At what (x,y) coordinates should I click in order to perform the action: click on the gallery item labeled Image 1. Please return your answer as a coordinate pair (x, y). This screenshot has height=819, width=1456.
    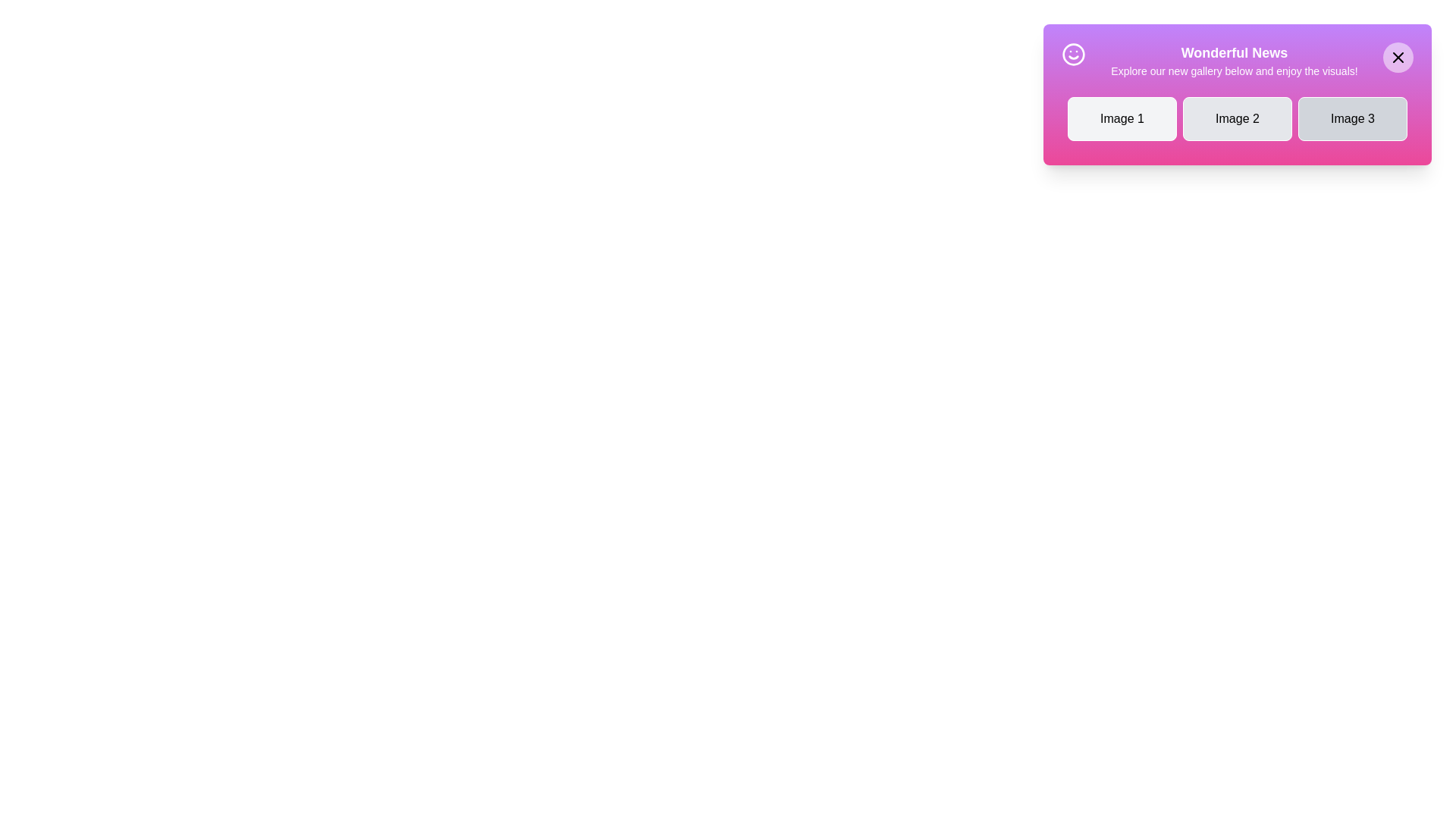
    Looking at the image, I should click on (1122, 118).